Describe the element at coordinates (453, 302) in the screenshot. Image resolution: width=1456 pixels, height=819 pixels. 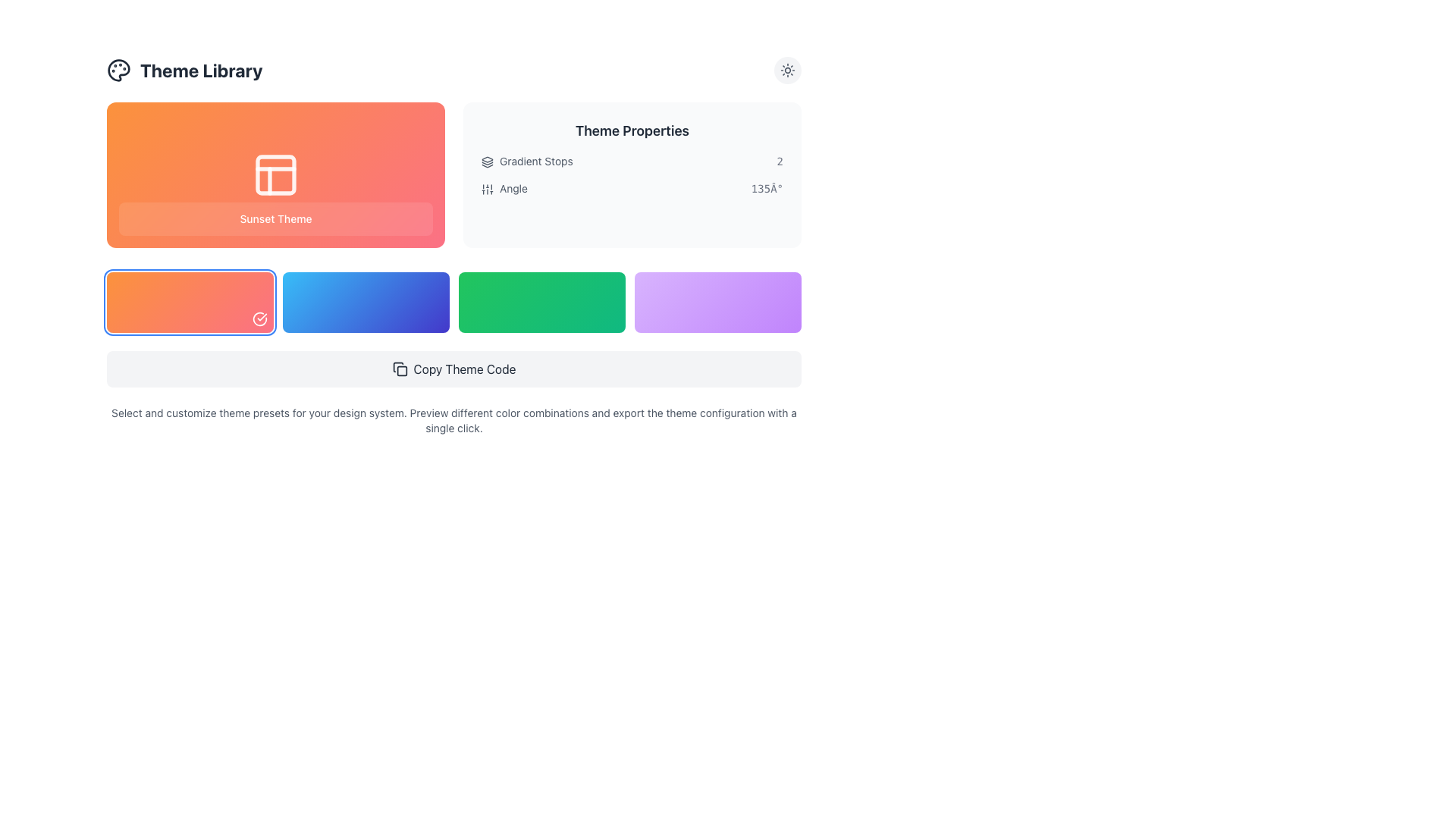
I see `the button representing a selectable item within the theme library, located in the third position among four elements` at that location.